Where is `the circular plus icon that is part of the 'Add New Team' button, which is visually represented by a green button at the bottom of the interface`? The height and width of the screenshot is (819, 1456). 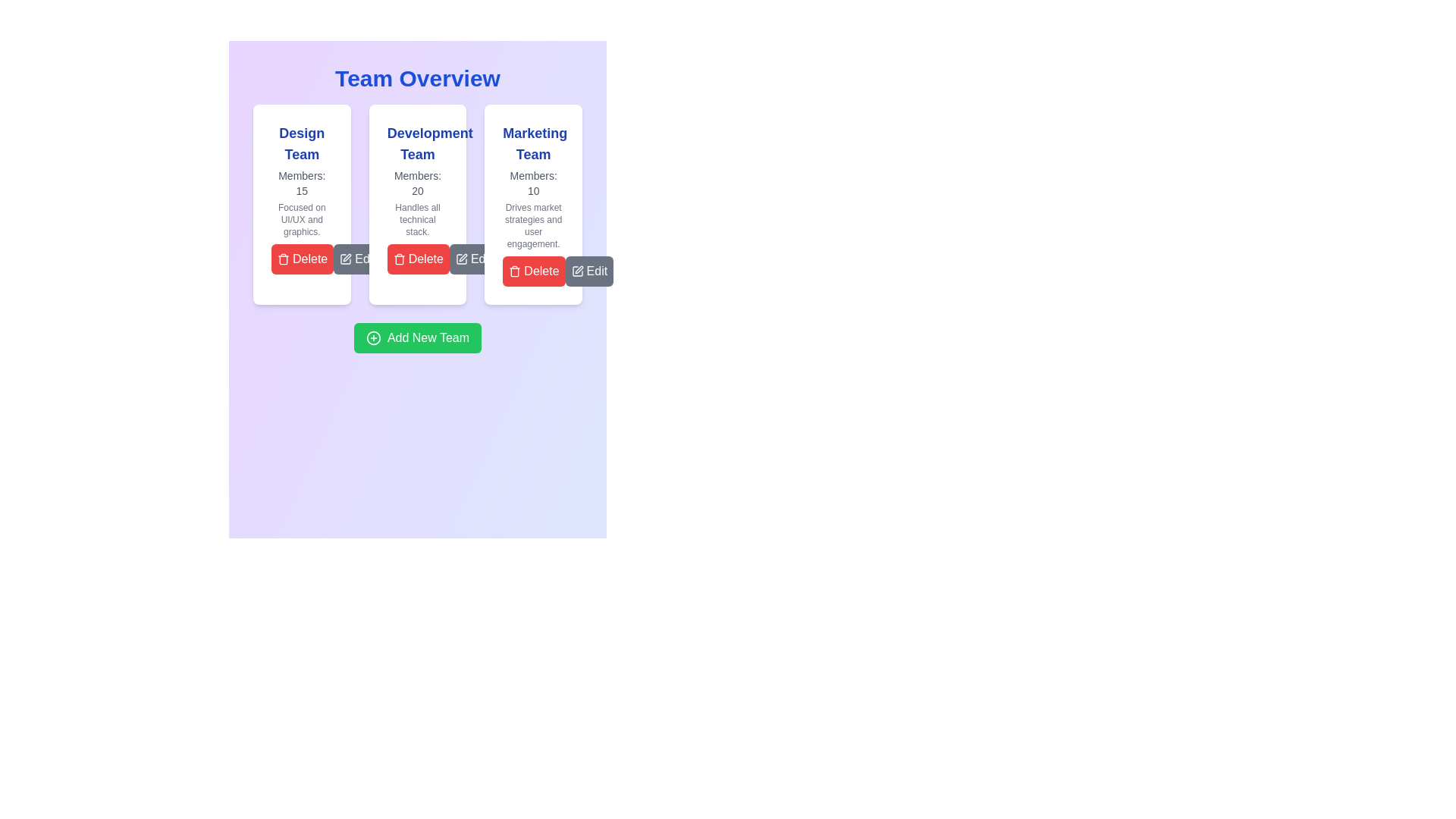 the circular plus icon that is part of the 'Add New Team' button, which is visually represented by a green button at the bottom of the interface is located at coordinates (373, 337).